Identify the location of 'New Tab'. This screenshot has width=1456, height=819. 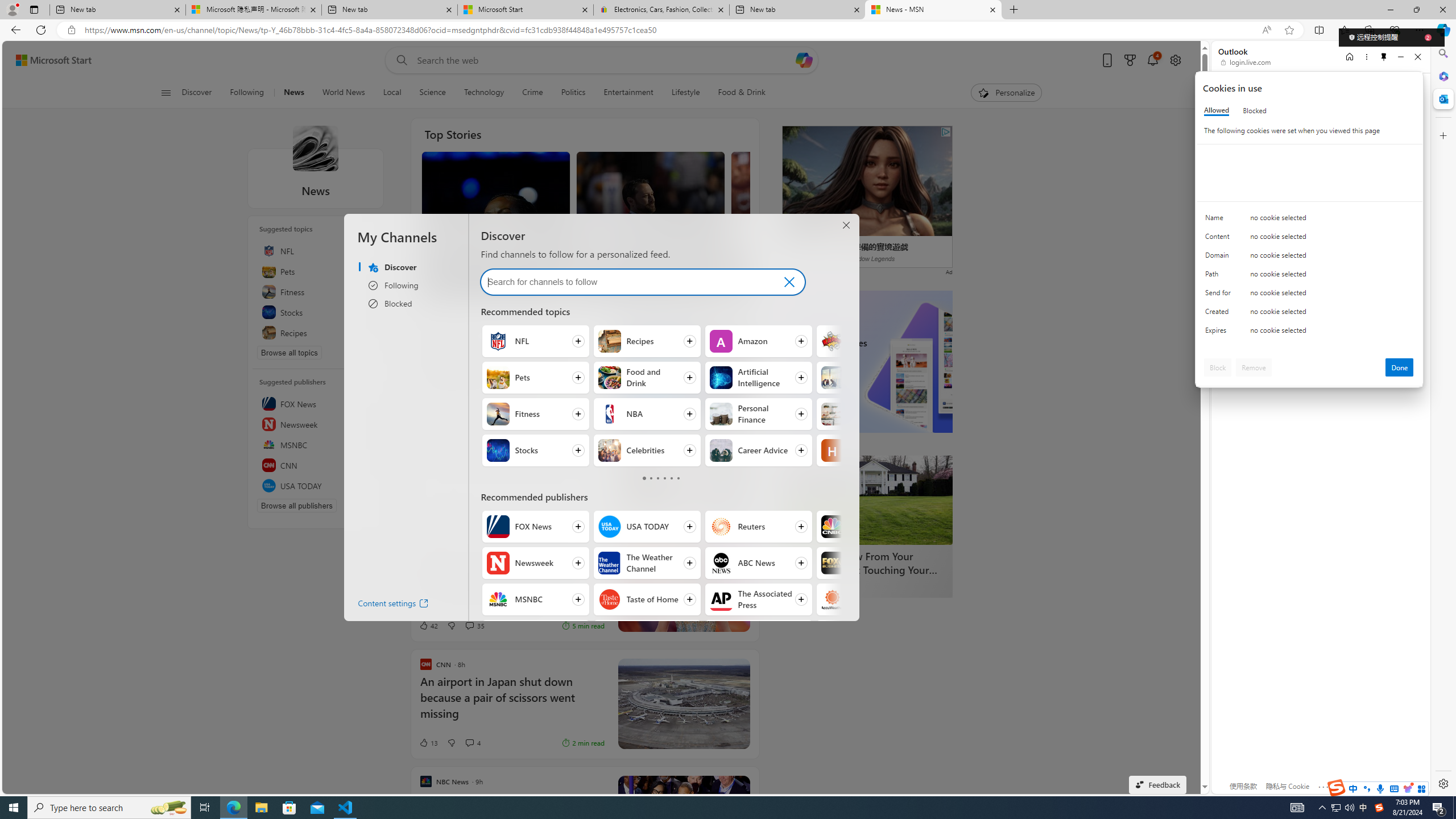
(1014, 9).